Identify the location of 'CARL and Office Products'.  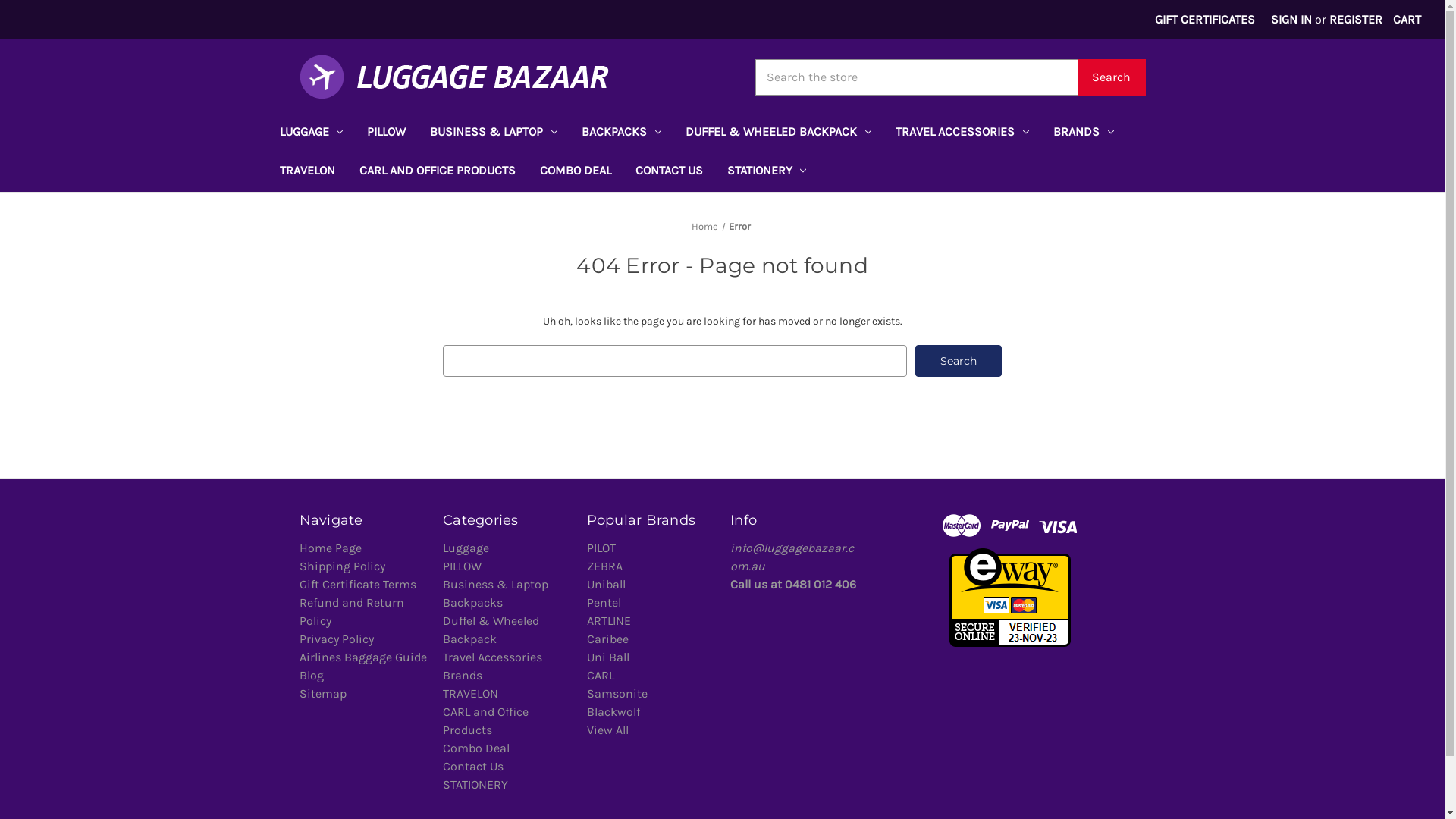
(442, 720).